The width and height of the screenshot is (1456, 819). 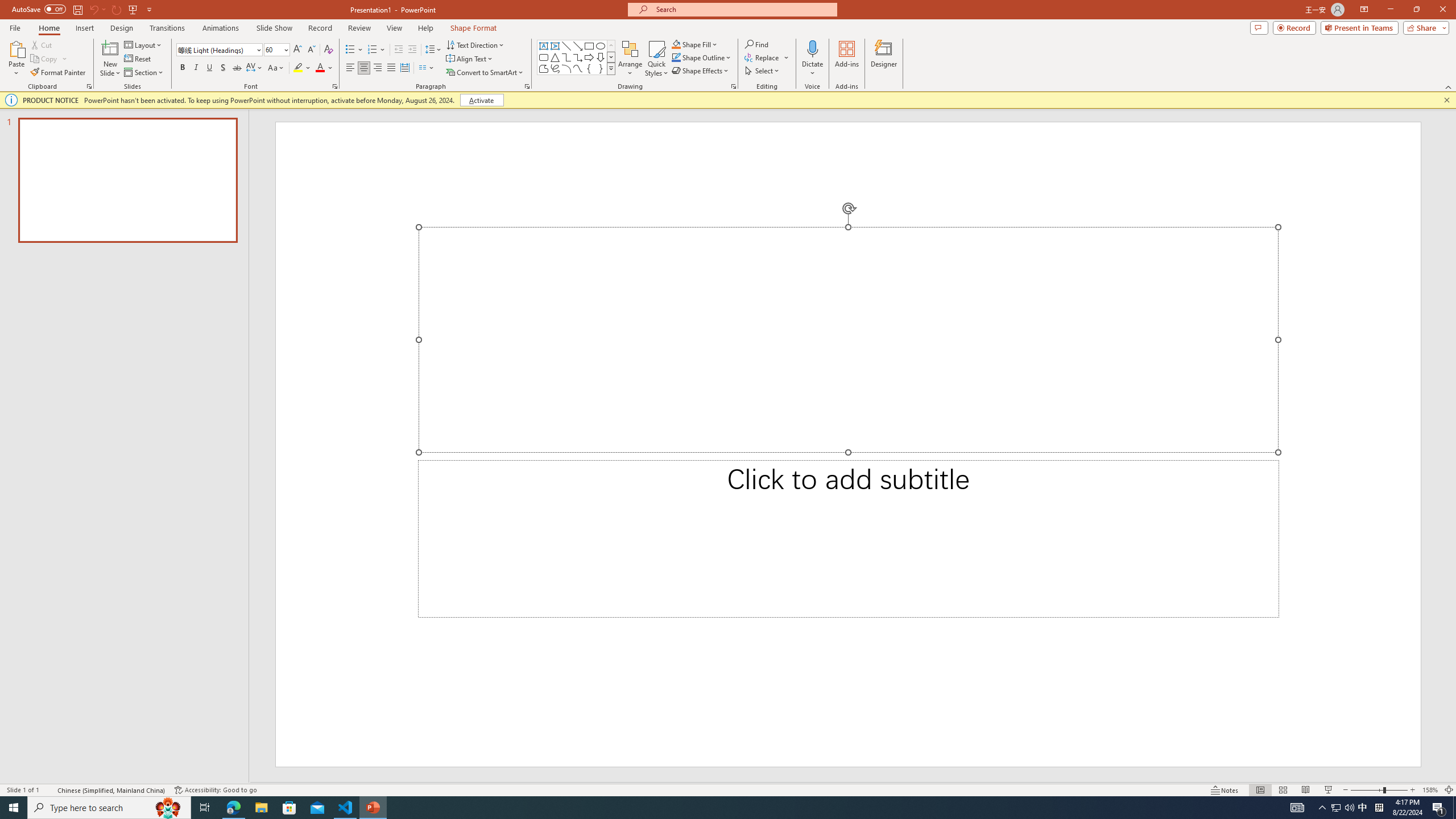 I want to click on 'Vertical Text Box', so click(x=554, y=45).